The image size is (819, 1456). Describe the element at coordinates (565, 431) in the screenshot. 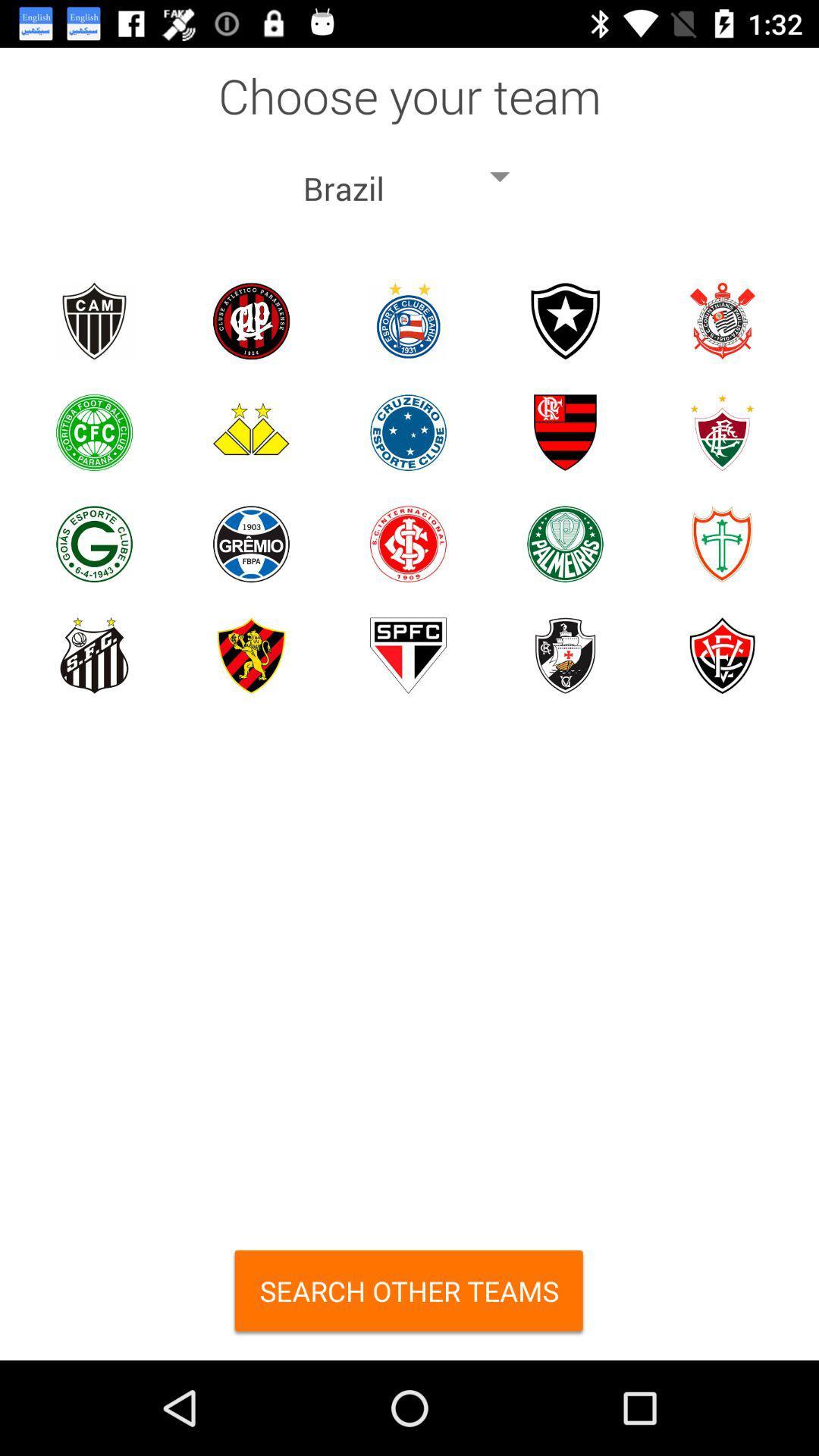

I see `team` at that location.